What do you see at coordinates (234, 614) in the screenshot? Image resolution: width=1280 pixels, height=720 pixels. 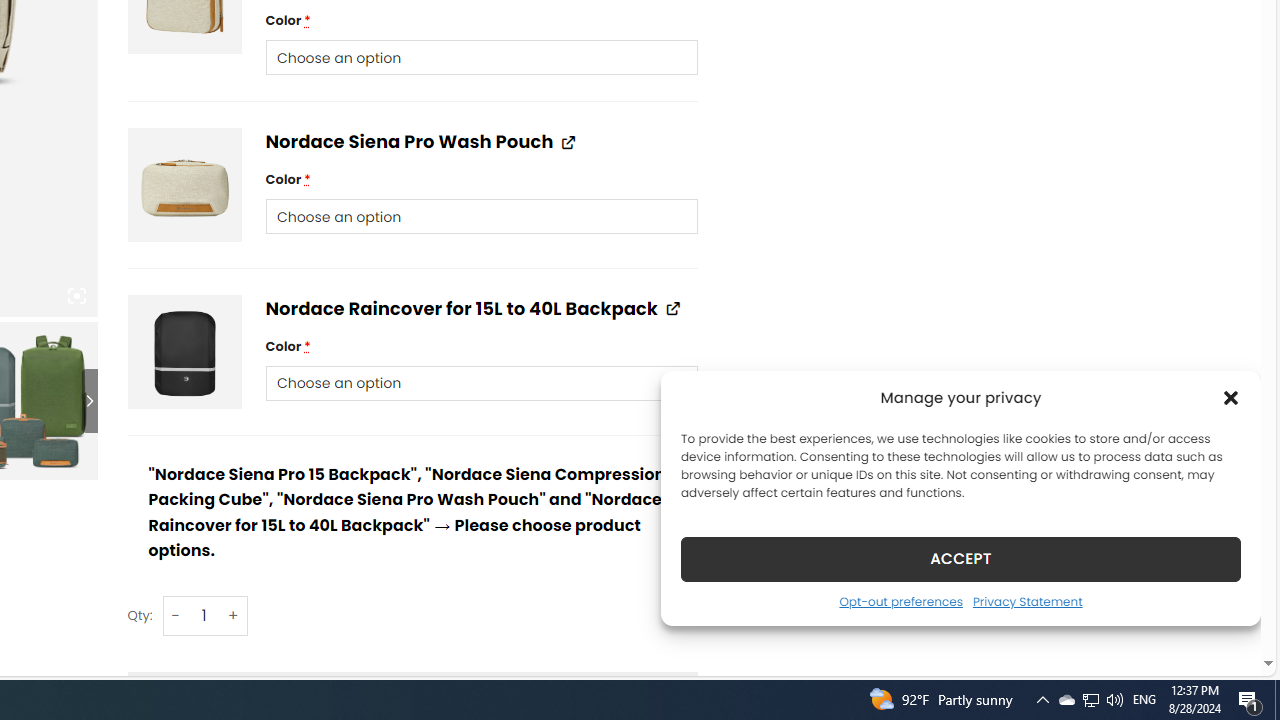 I see `'+'` at bounding box center [234, 614].